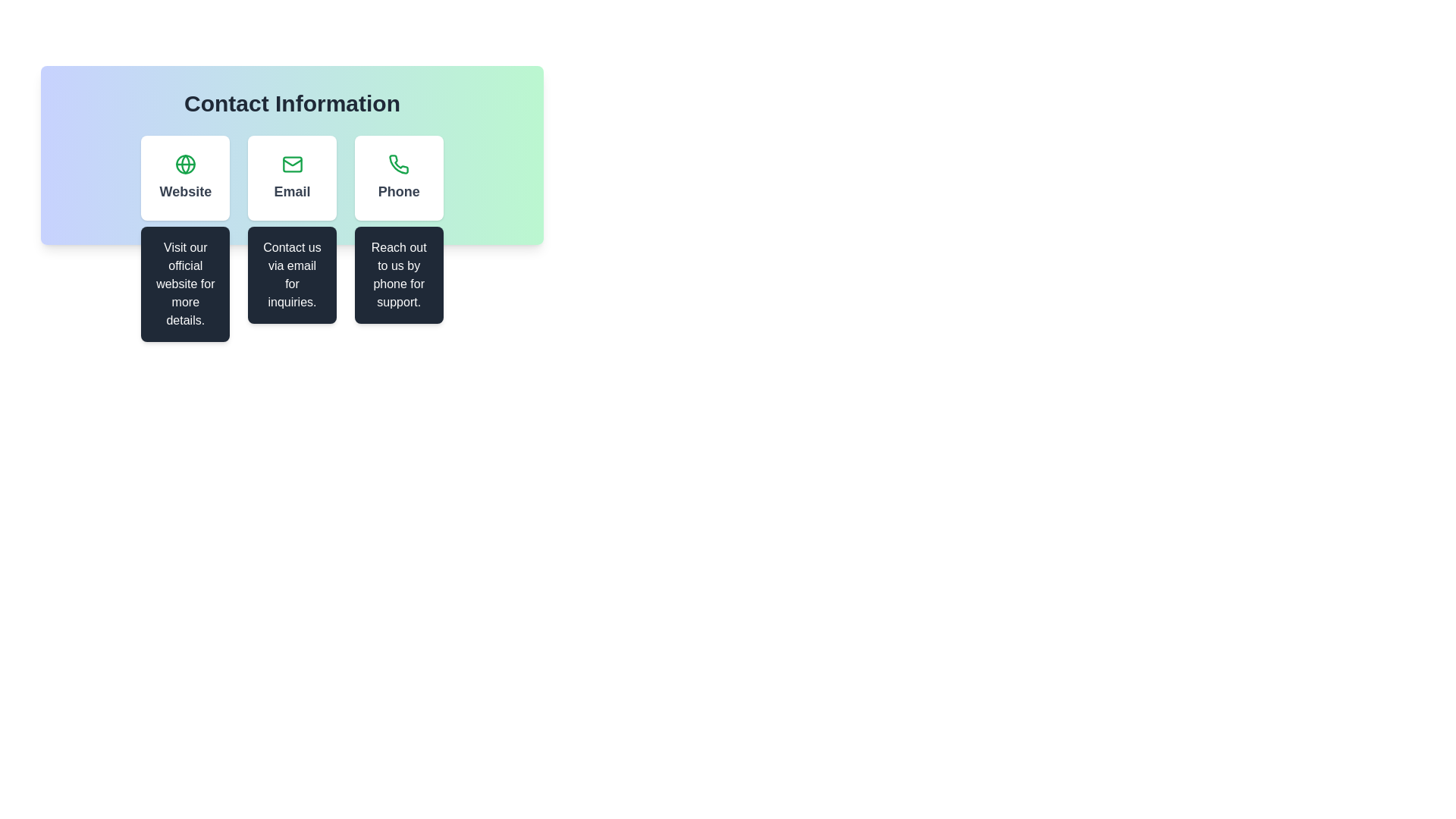 The height and width of the screenshot is (819, 1456). I want to click on the mail icon styled as a minimalistic envelope in the 'Contact Information' section, so click(292, 164).